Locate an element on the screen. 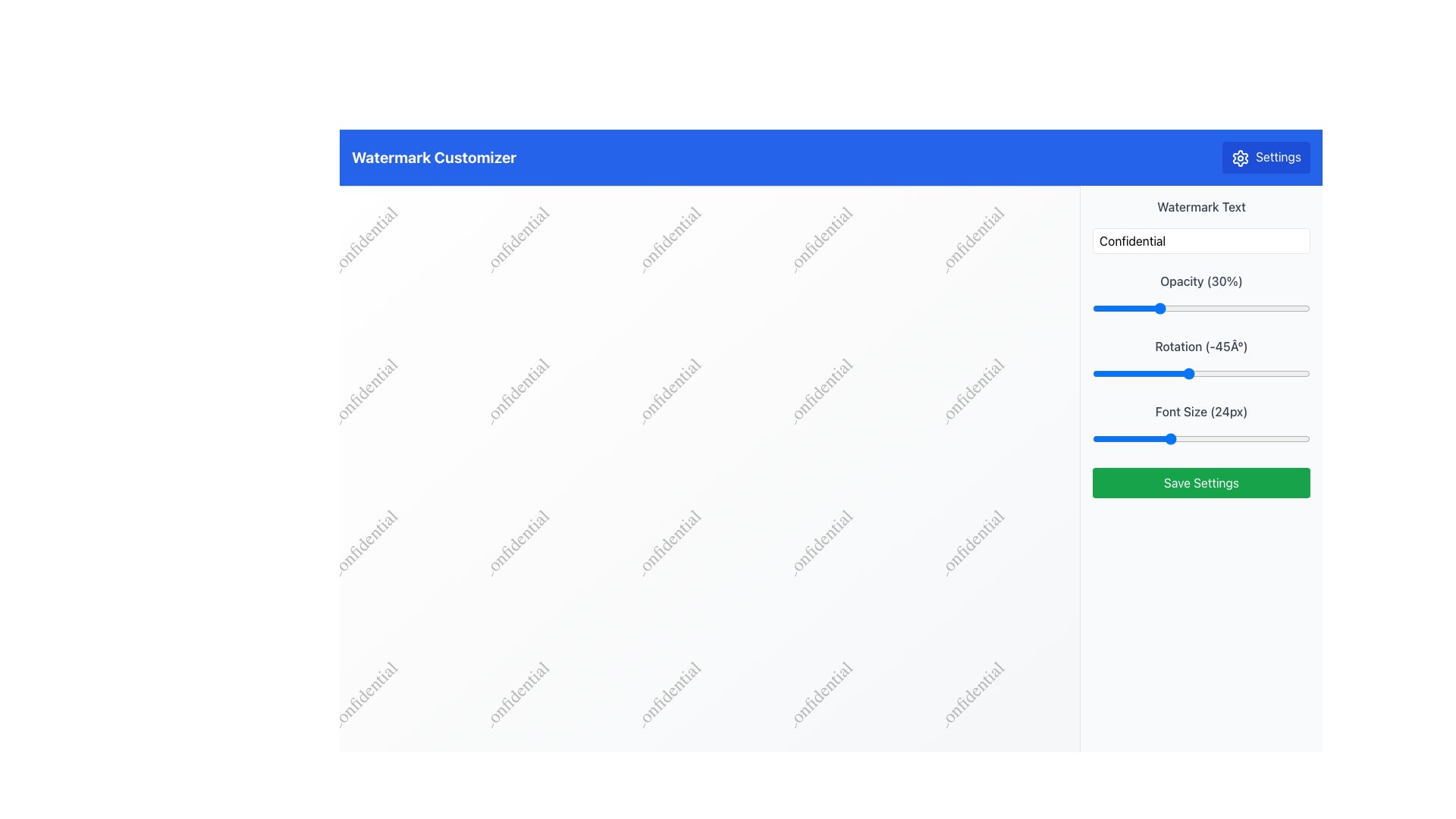 This screenshot has height=819, width=1456. the text label reading 'Font Size (24px)' in the right panel, located below the 'Rotation' slider is located at coordinates (1200, 411).